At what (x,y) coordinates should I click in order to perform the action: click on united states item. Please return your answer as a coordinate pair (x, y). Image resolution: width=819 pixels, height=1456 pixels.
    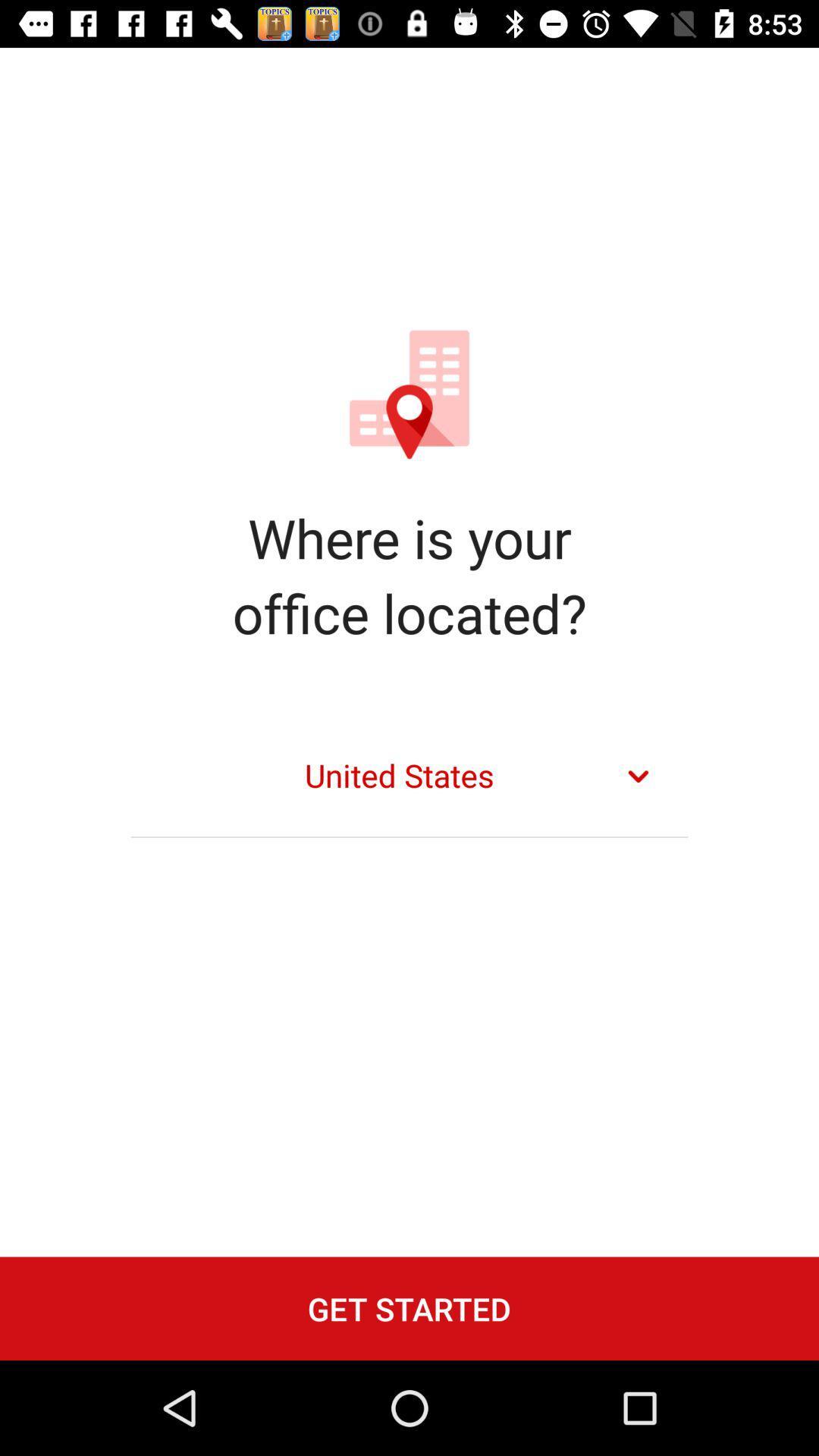
    Looking at the image, I should click on (409, 777).